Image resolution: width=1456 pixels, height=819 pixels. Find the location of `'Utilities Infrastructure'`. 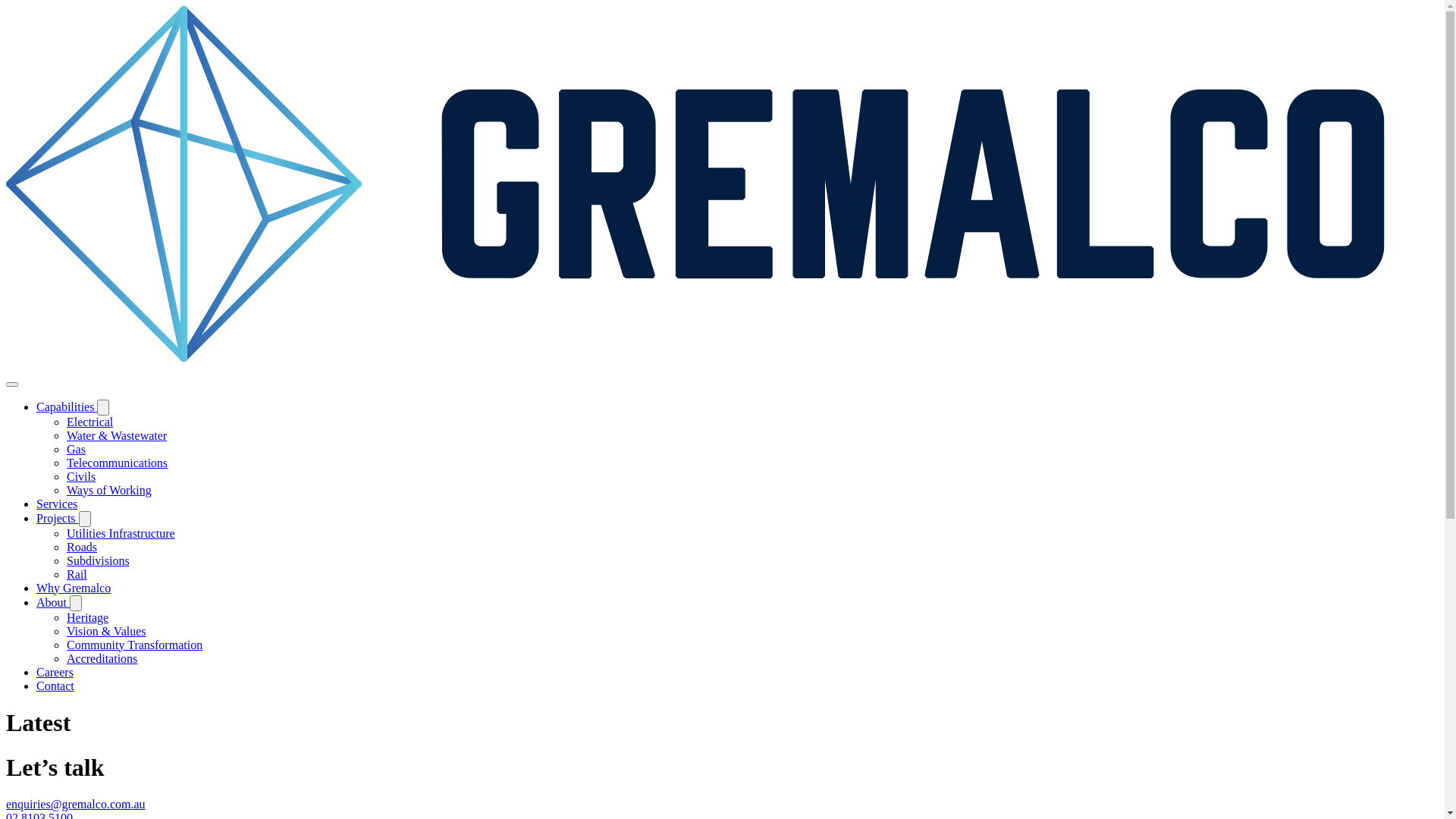

'Utilities Infrastructure' is located at coordinates (120, 532).